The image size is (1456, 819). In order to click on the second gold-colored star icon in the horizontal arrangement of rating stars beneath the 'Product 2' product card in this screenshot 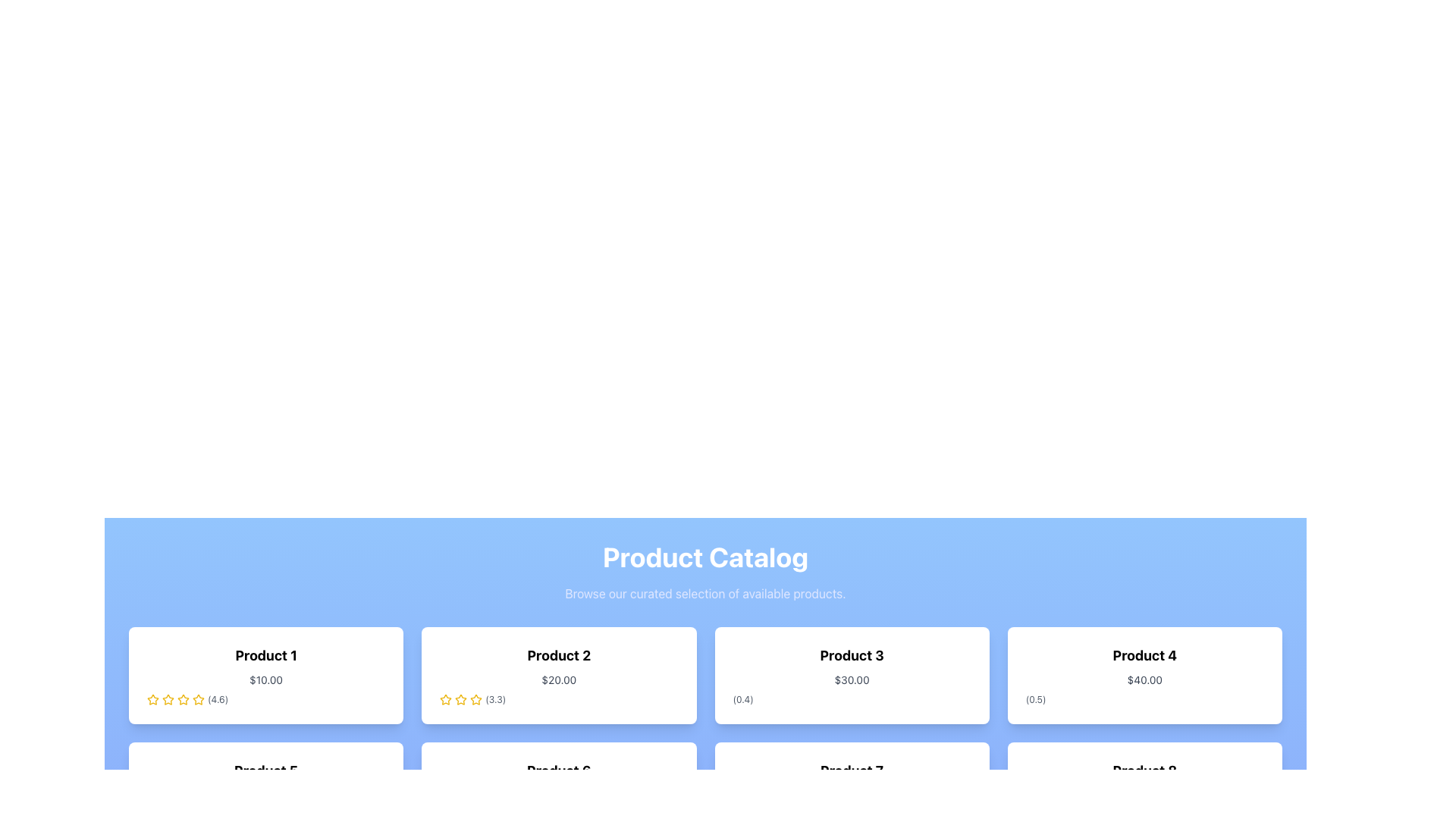, I will do `click(460, 699)`.